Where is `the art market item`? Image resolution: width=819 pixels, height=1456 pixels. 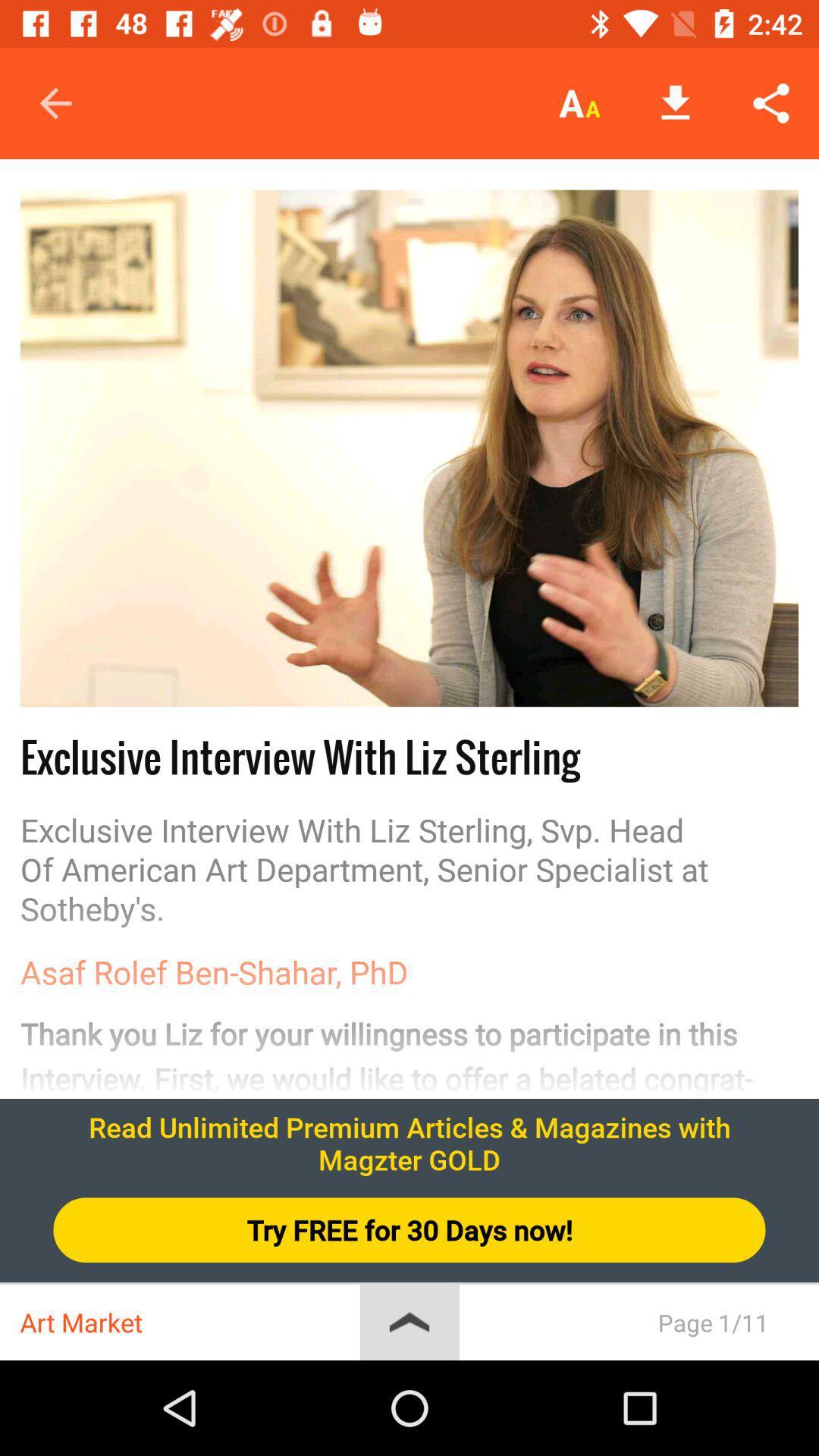
the art market item is located at coordinates (189, 1322).